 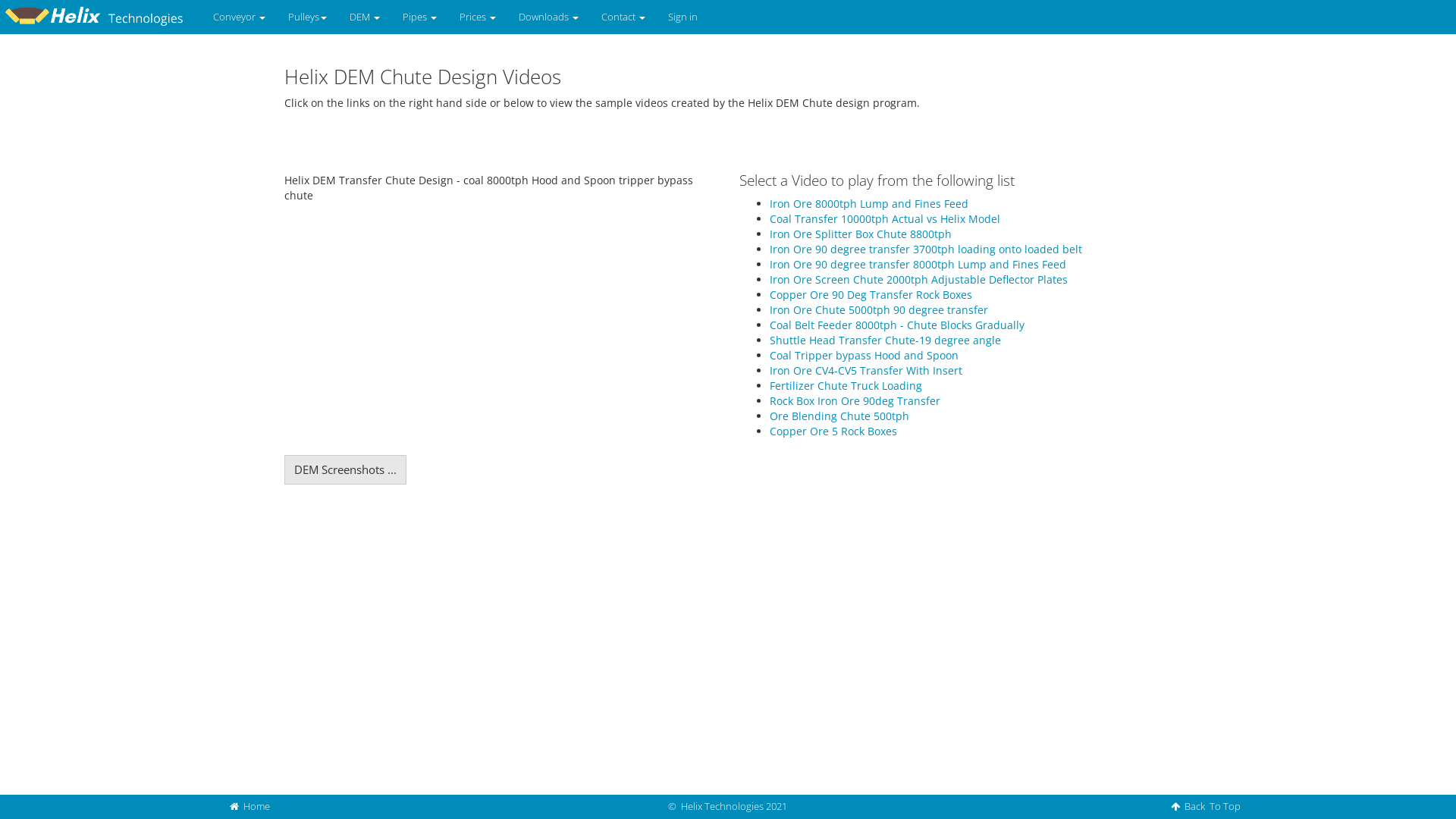 What do you see at coordinates (860, 234) in the screenshot?
I see `'Iron Ore Splitter Box Chute 8800tph'` at bounding box center [860, 234].